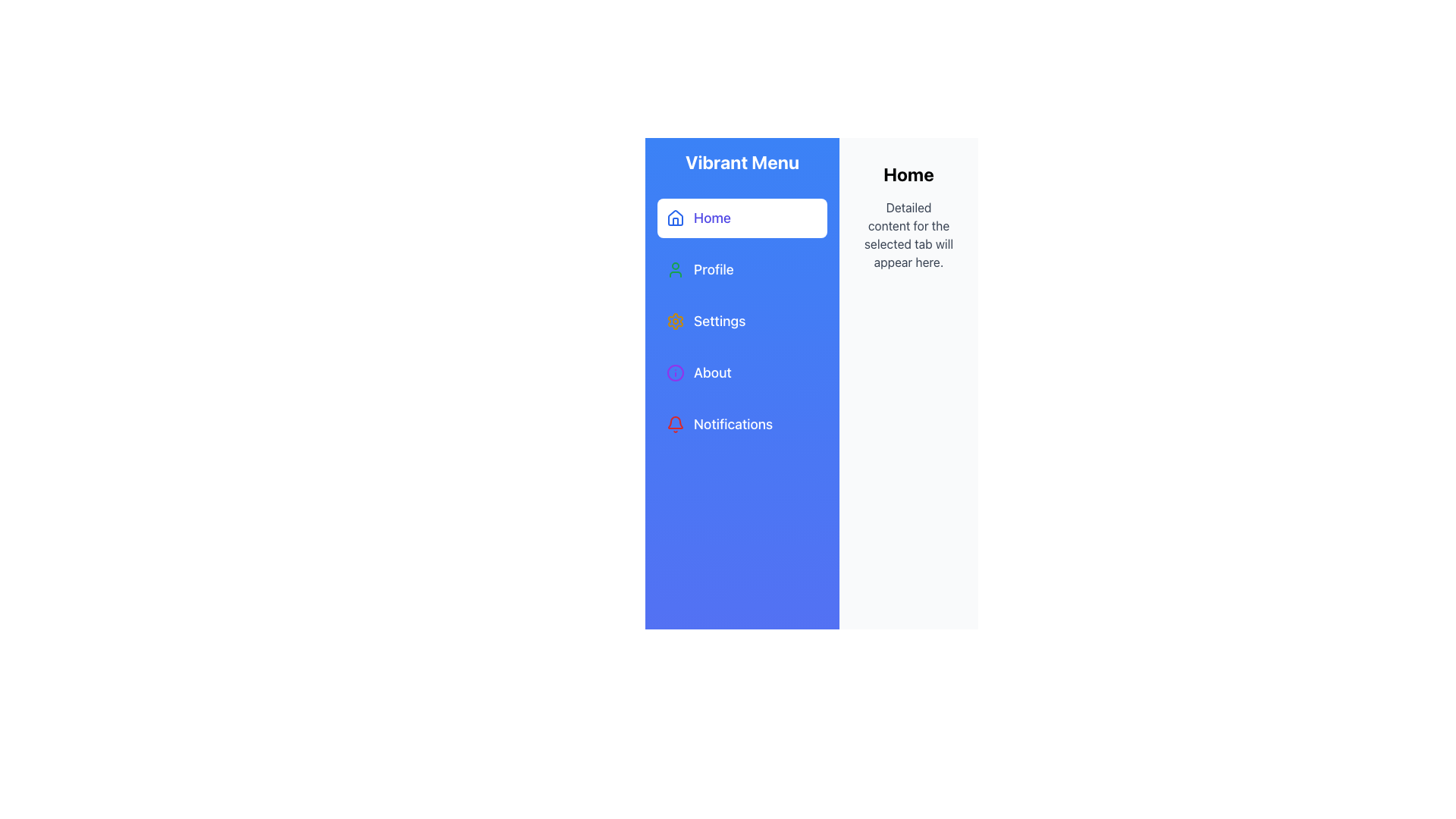 The width and height of the screenshot is (1456, 819). What do you see at coordinates (711, 373) in the screenshot?
I see `the 'About' text label, which is the third option in the vertical menu, displayed in white against a blue background and aligned next to a purple information icon` at bounding box center [711, 373].